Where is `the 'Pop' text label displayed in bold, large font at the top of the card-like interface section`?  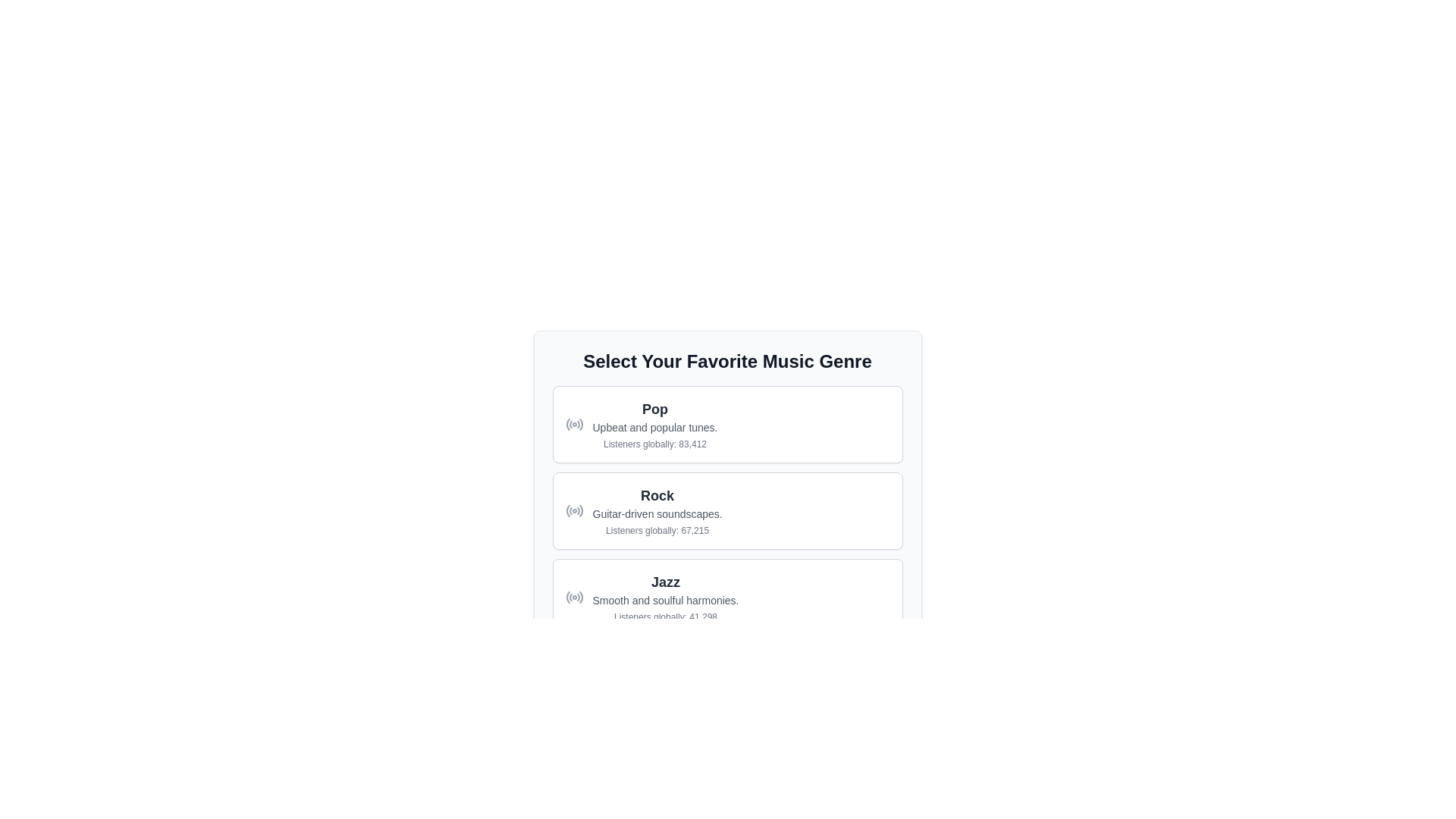
the 'Pop' text label displayed in bold, large font at the top of the card-like interface section is located at coordinates (655, 409).